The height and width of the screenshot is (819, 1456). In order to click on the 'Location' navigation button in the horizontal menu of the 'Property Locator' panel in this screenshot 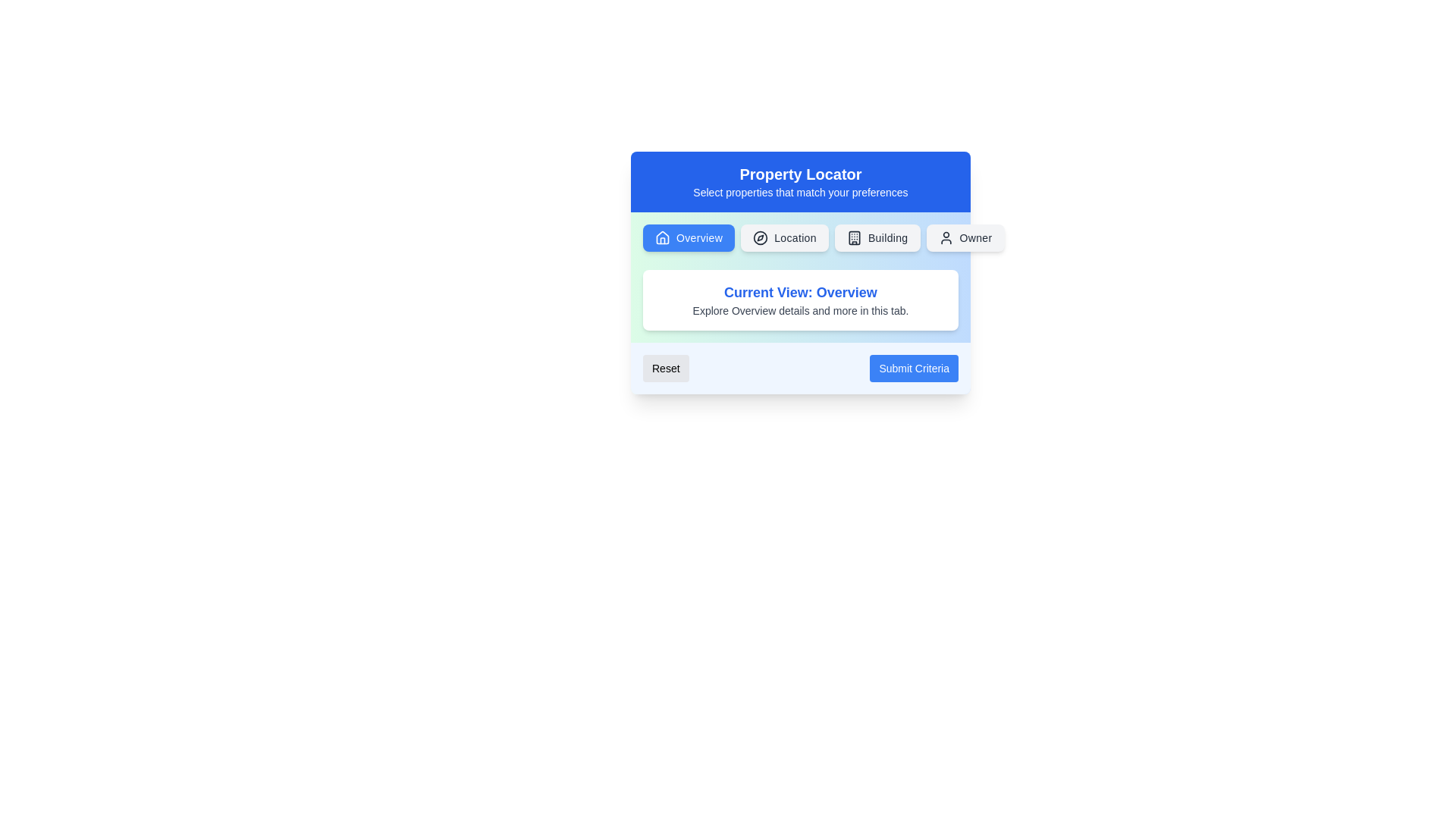, I will do `click(795, 237)`.